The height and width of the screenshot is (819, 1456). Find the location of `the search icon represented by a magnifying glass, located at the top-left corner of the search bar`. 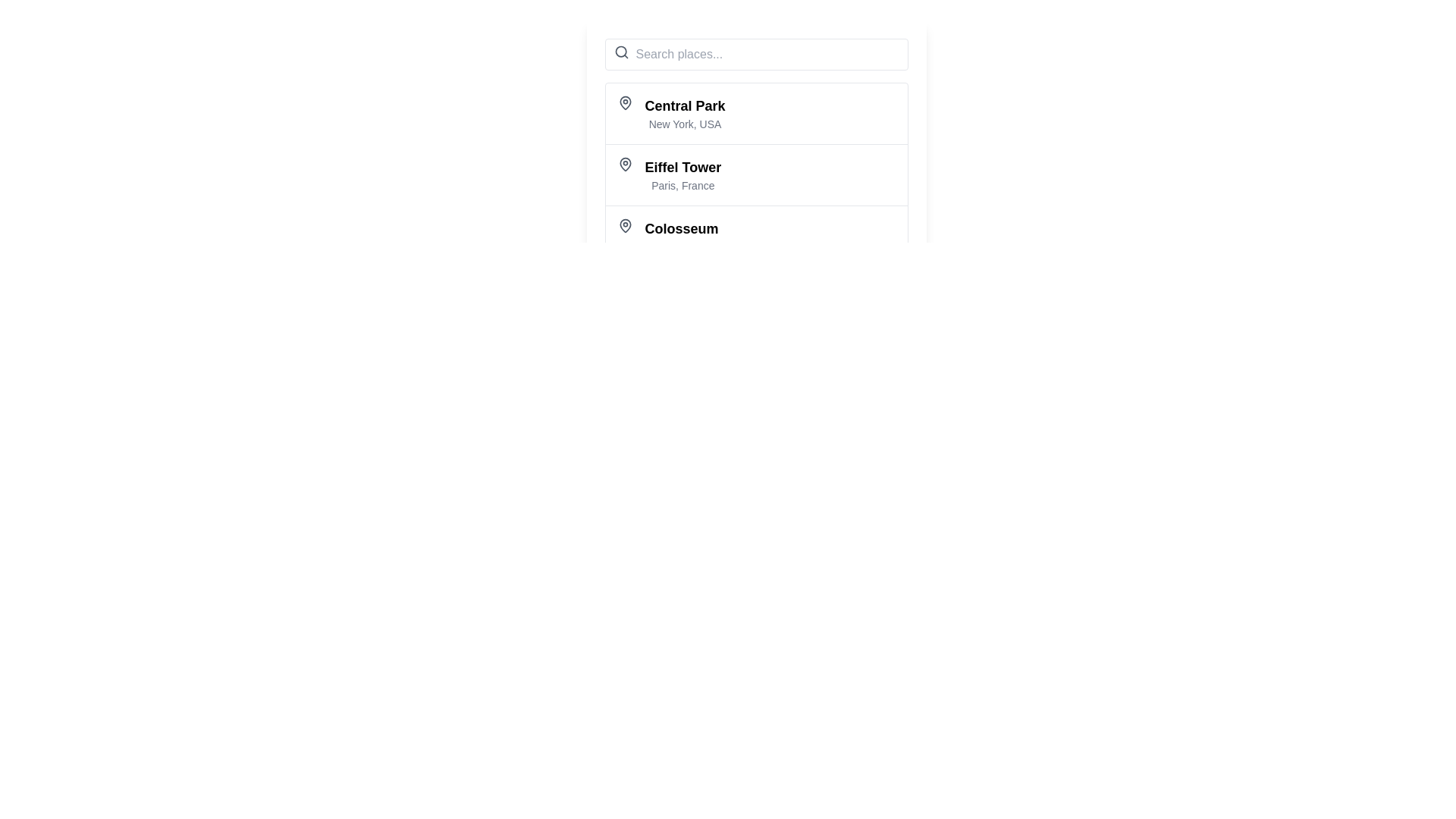

the search icon represented by a magnifying glass, located at the top-left corner of the search bar is located at coordinates (621, 52).